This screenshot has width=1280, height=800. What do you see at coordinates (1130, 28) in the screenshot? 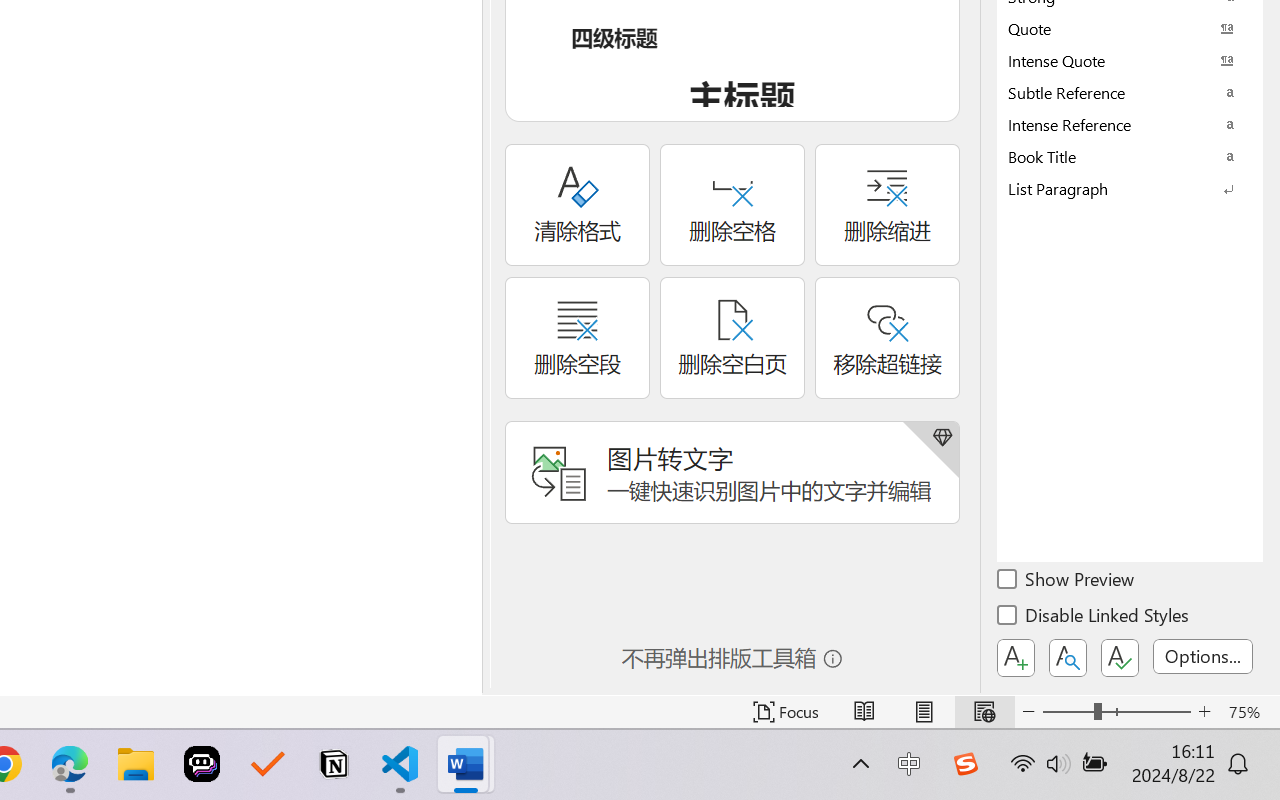
I see `'Quote'` at bounding box center [1130, 28].